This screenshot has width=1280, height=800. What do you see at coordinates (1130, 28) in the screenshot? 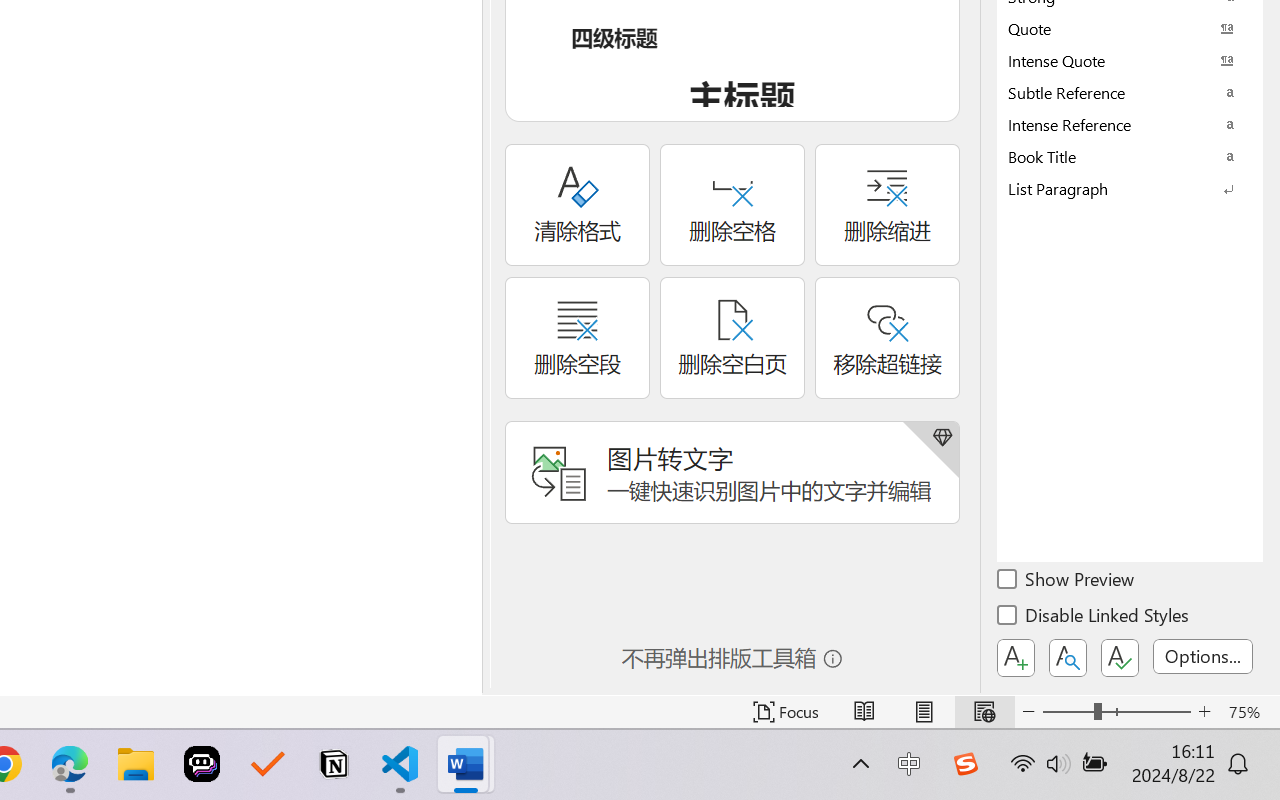
I see `'Quote'` at bounding box center [1130, 28].